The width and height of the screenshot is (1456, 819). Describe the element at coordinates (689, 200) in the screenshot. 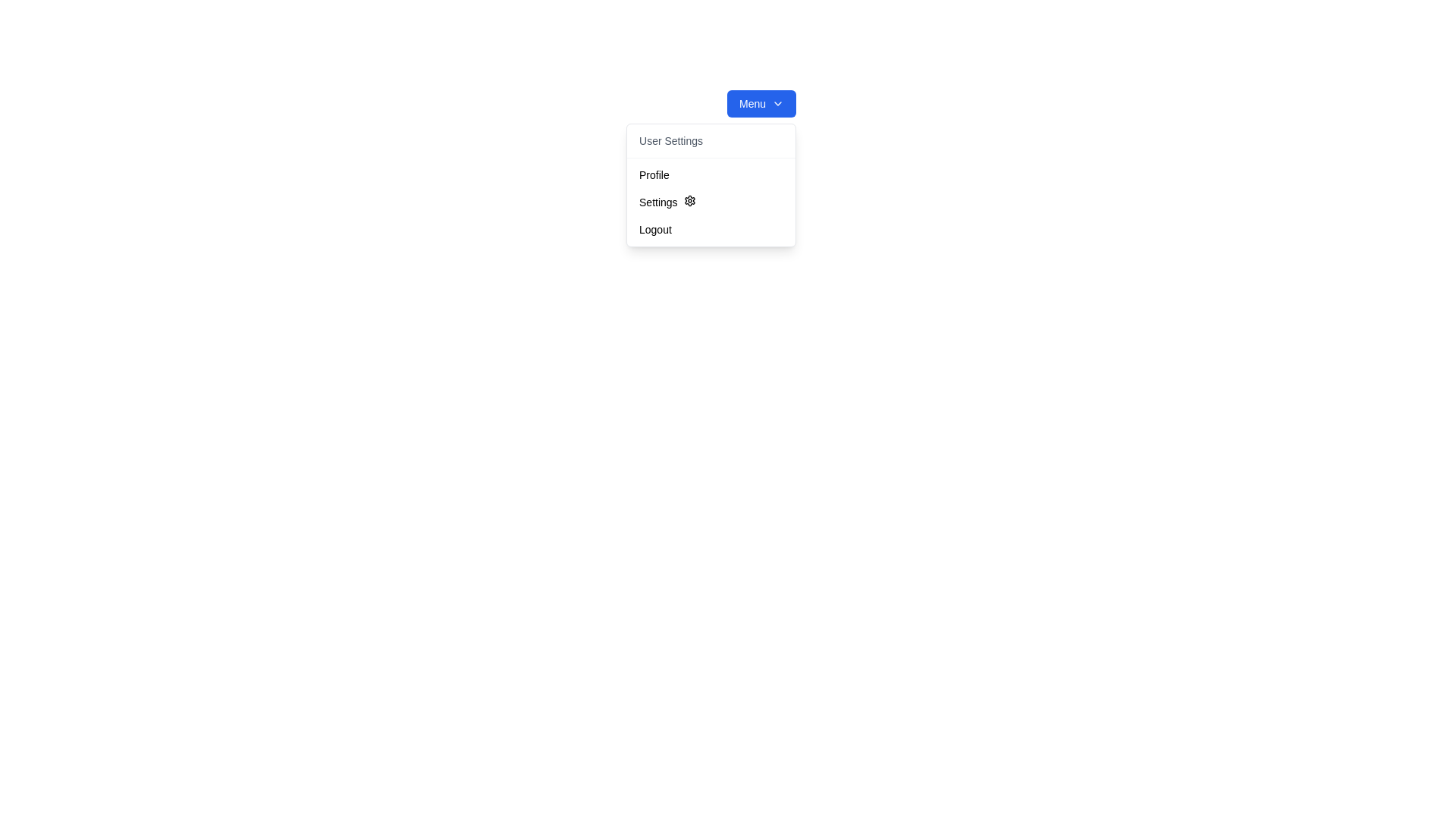

I see `the settings icon located immediately to the right of the 'Settings' text in the dropdown menu` at that location.